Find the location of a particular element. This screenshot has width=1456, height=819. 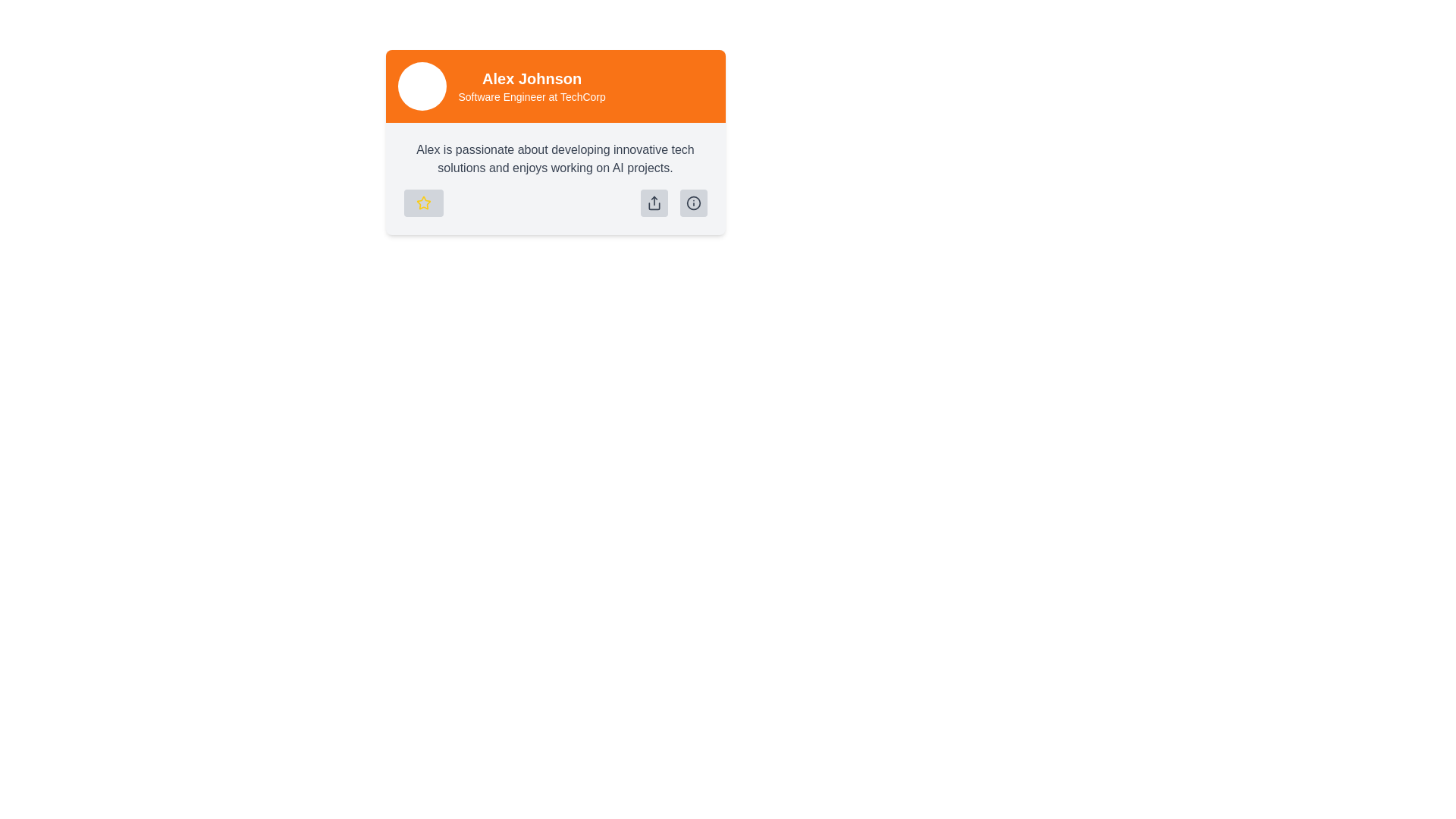

Text Label displaying the name of the individual profiled in the card, located above the text 'Software Engineer at TechCorp' is located at coordinates (532, 79).